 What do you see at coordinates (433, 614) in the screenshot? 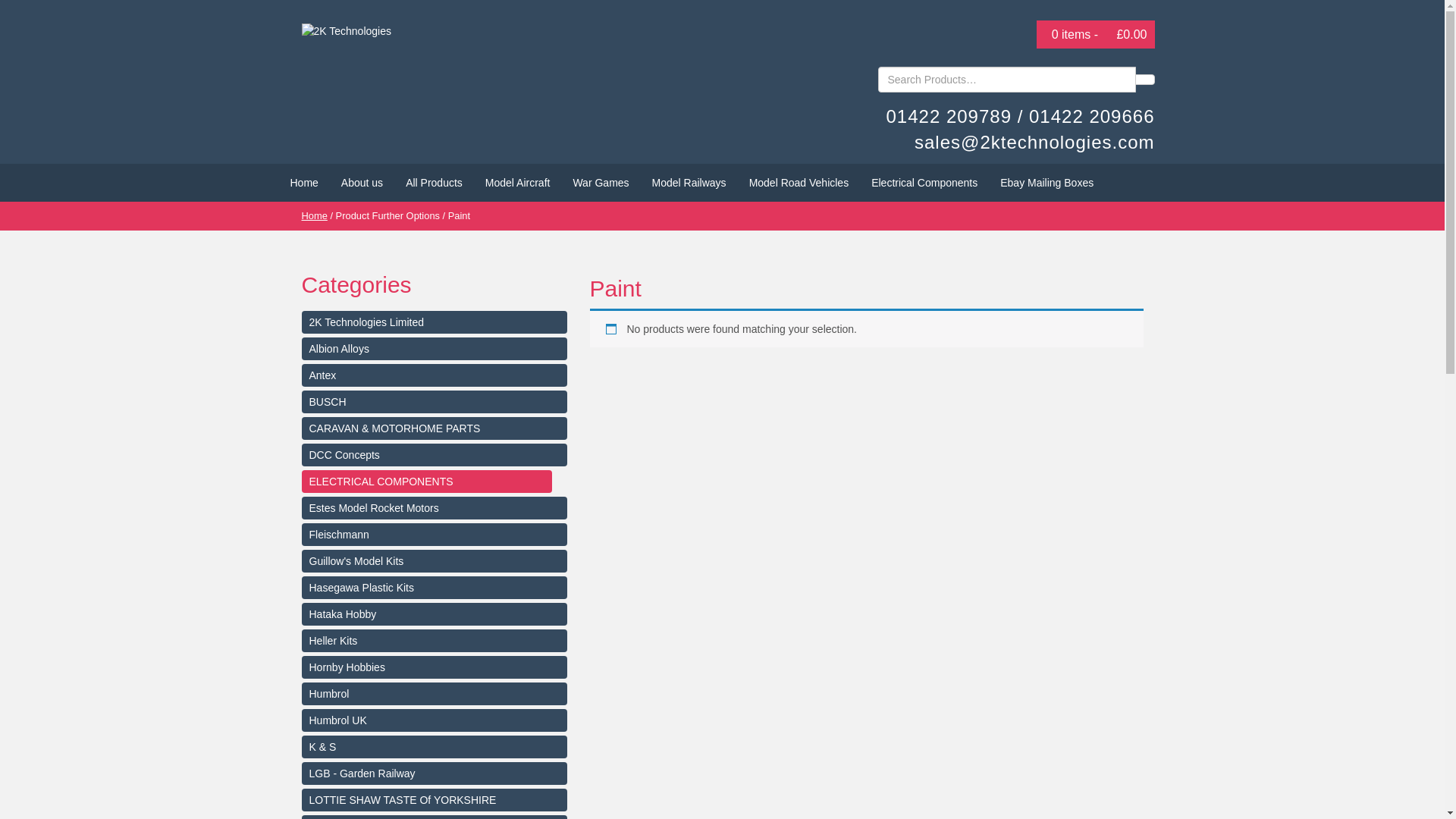
I see `'Hataka Hobby'` at bounding box center [433, 614].